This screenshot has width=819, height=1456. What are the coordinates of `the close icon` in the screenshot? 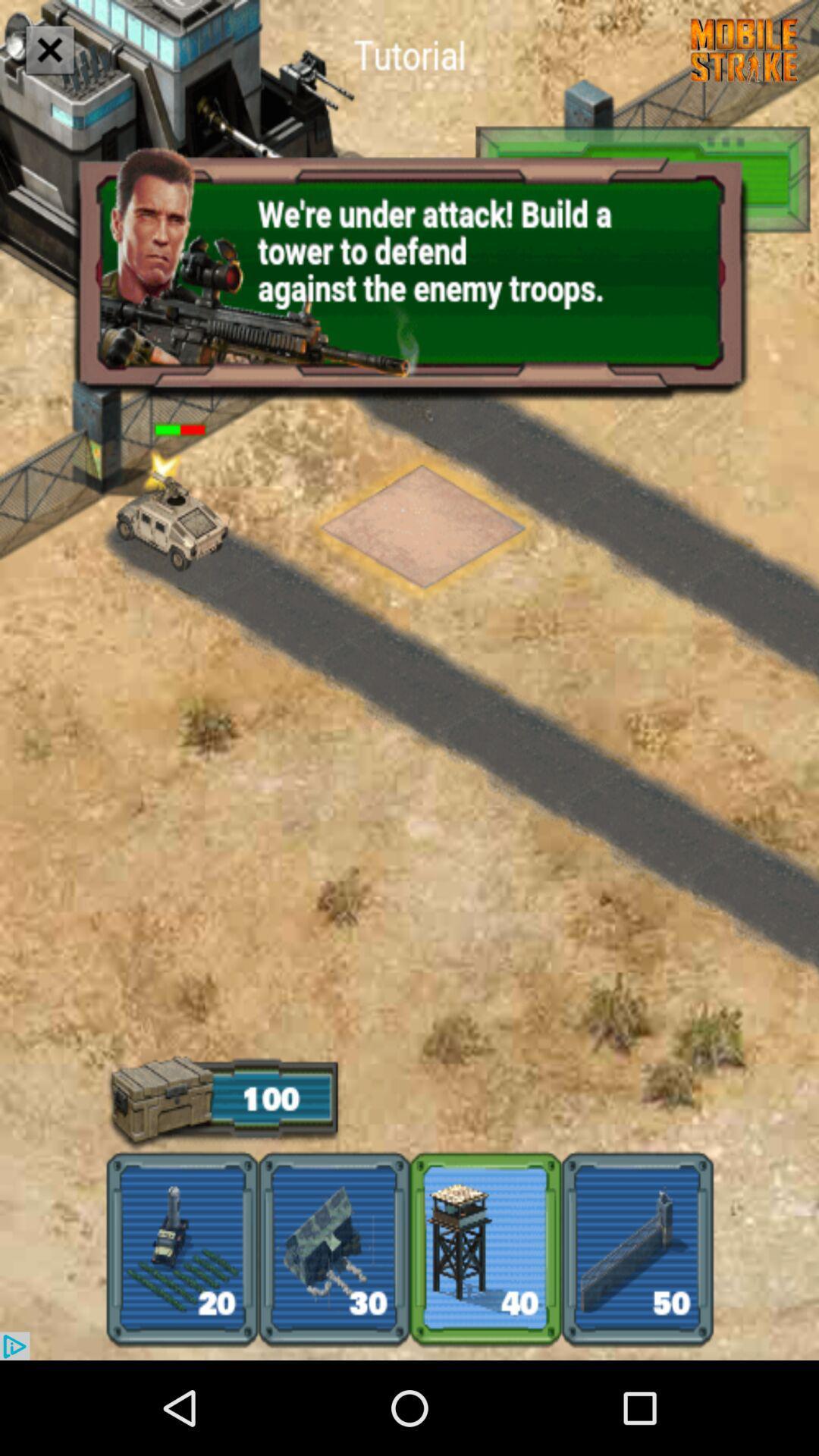 It's located at (49, 53).